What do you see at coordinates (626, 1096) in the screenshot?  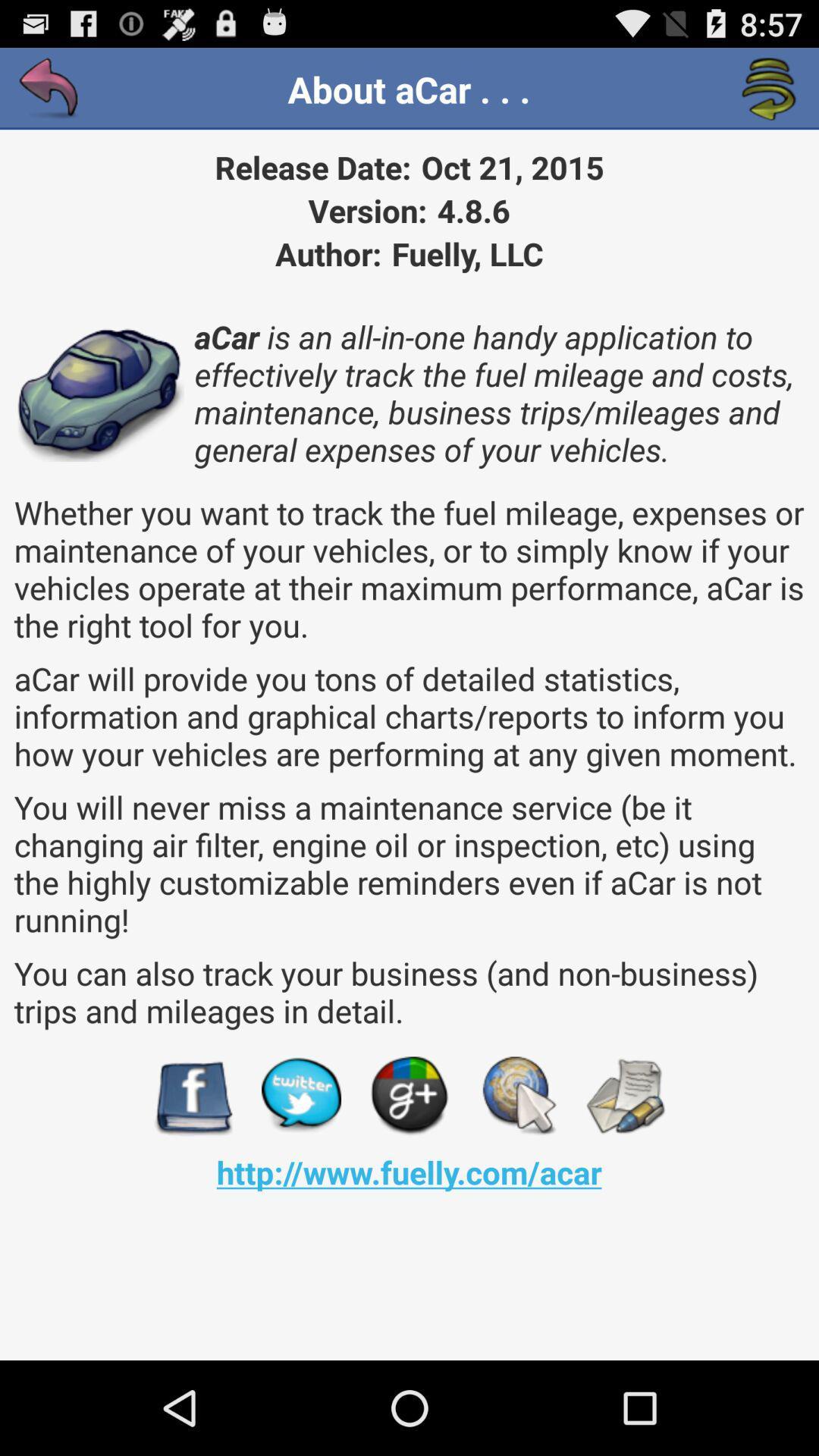 I see `email` at bounding box center [626, 1096].